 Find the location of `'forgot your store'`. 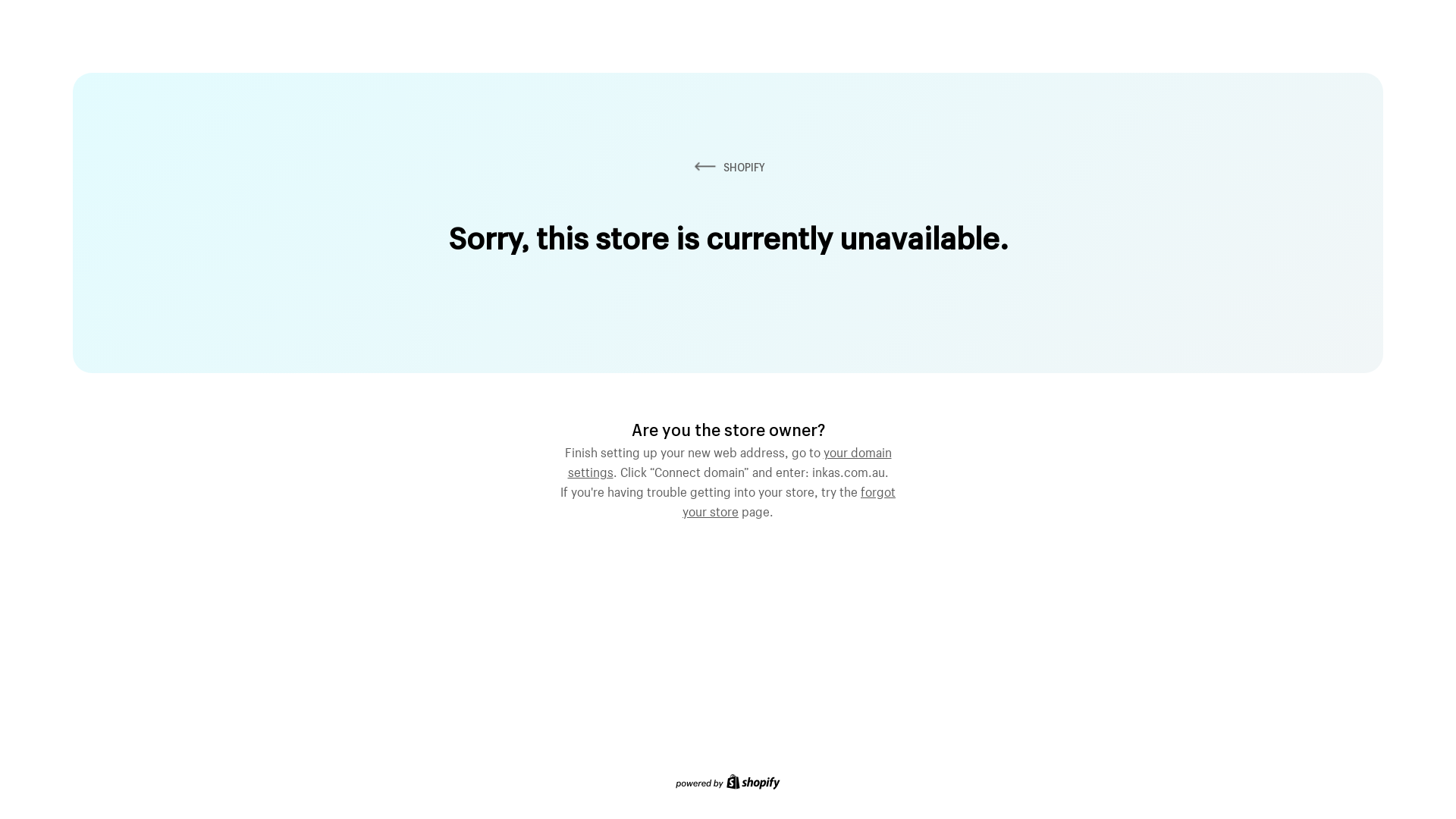

'forgot your store' is located at coordinates (789, 500).